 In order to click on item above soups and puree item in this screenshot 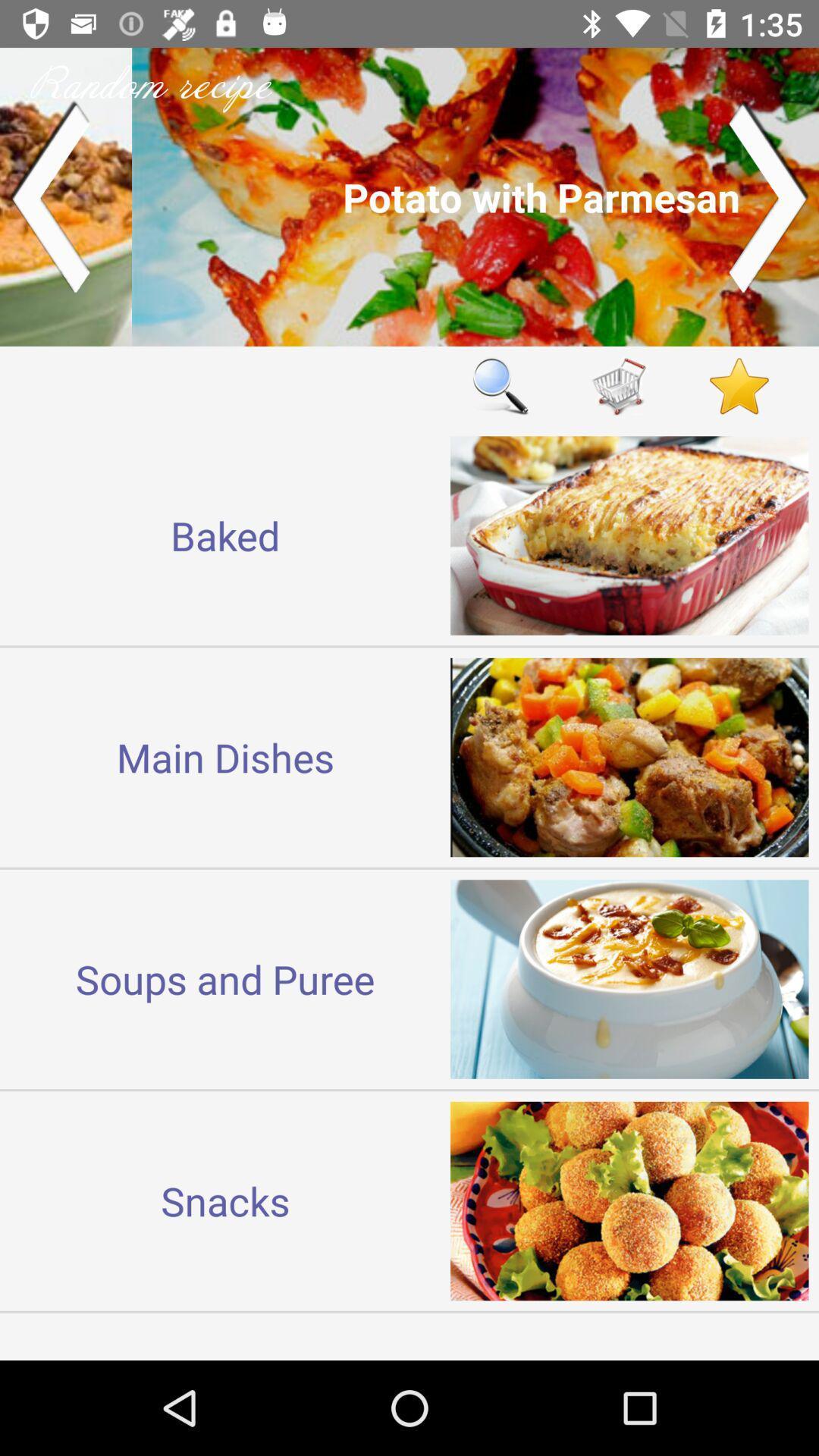, I will do `click(225, 757)`.